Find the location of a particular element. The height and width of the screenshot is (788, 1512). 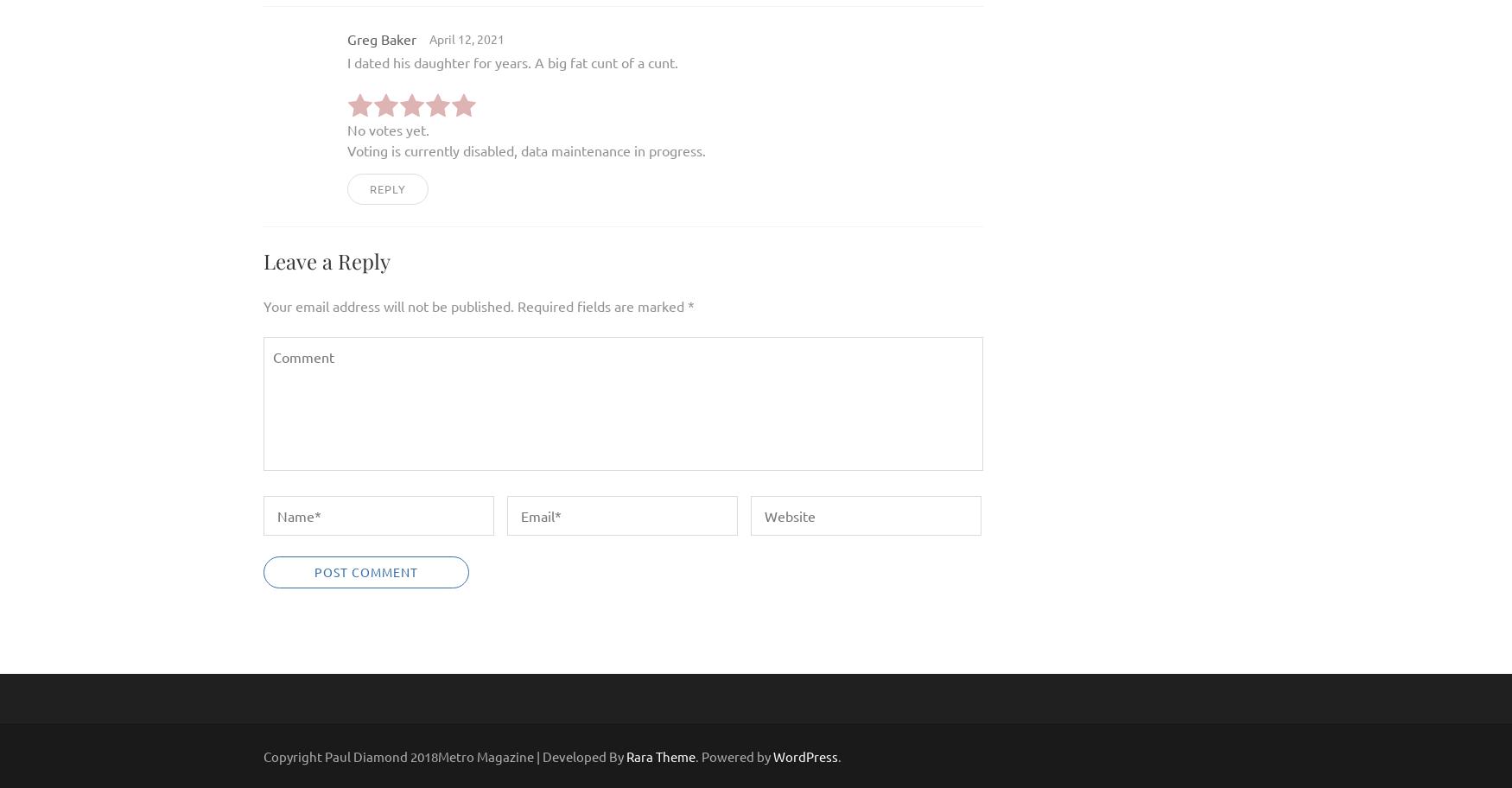

'Reply' is located at coordinates (388, 187).